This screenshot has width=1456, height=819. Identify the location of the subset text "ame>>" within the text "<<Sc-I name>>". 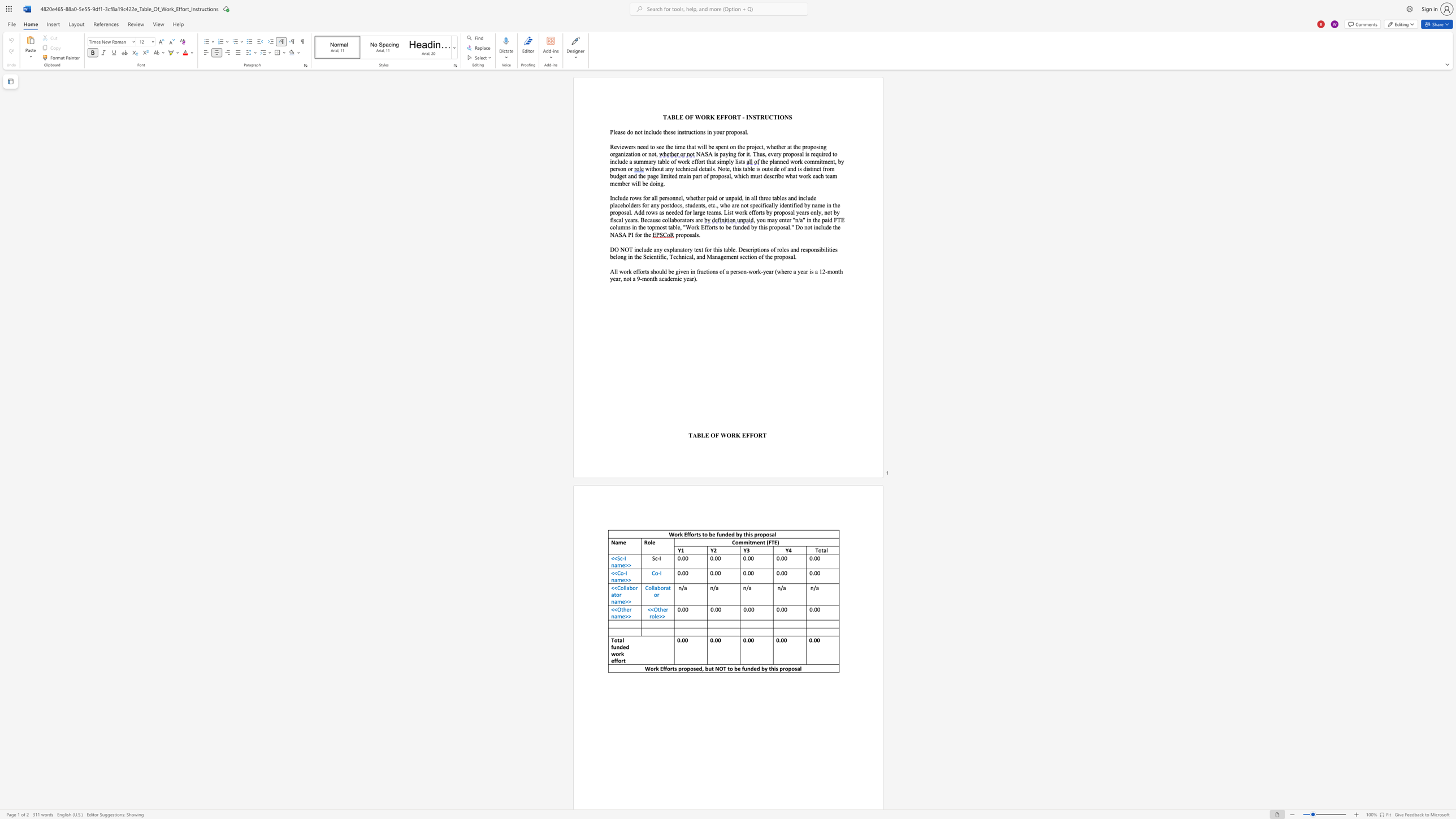
(614, 564).